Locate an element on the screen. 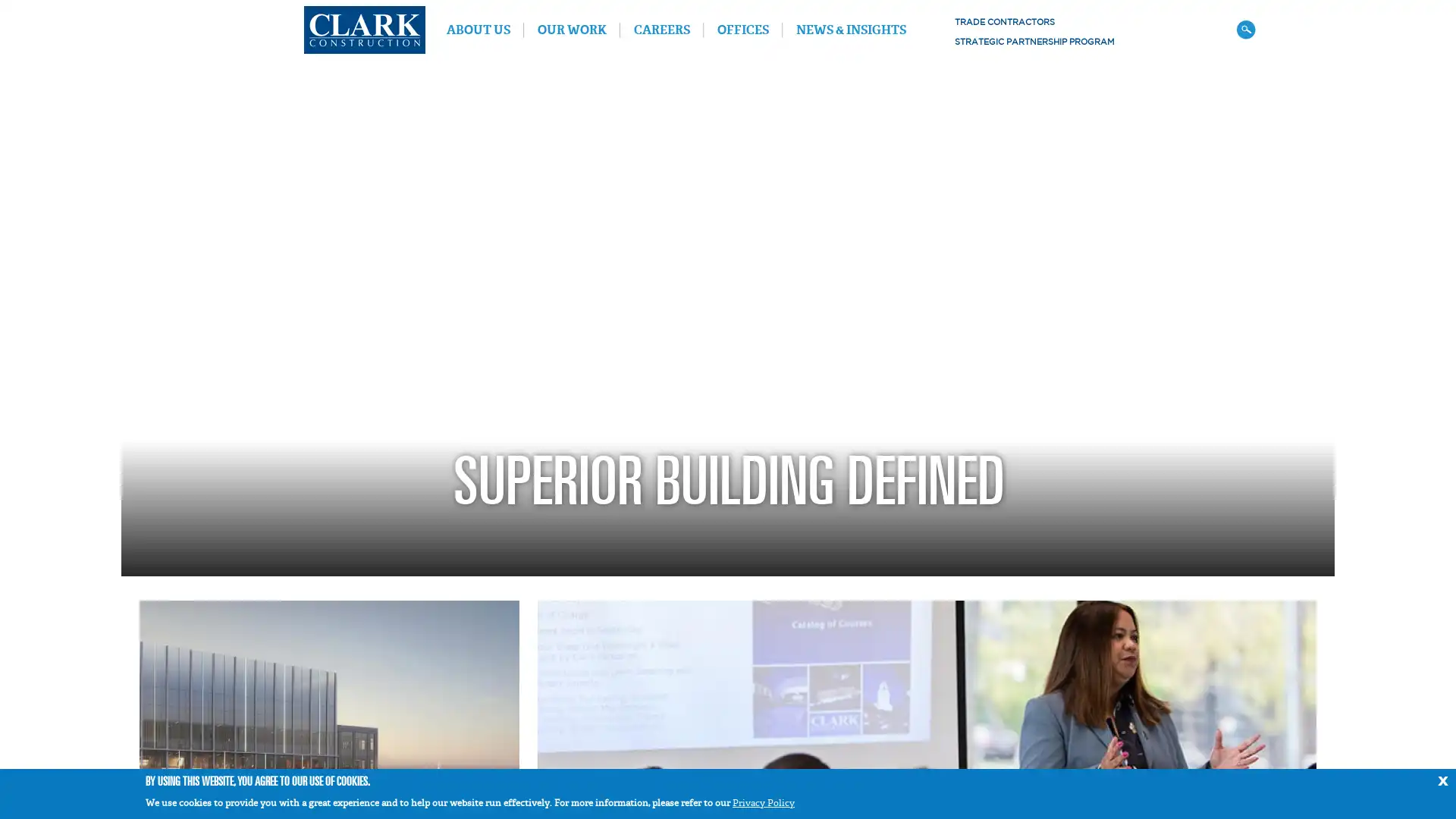  Search is located at coordinates (1245, 30).